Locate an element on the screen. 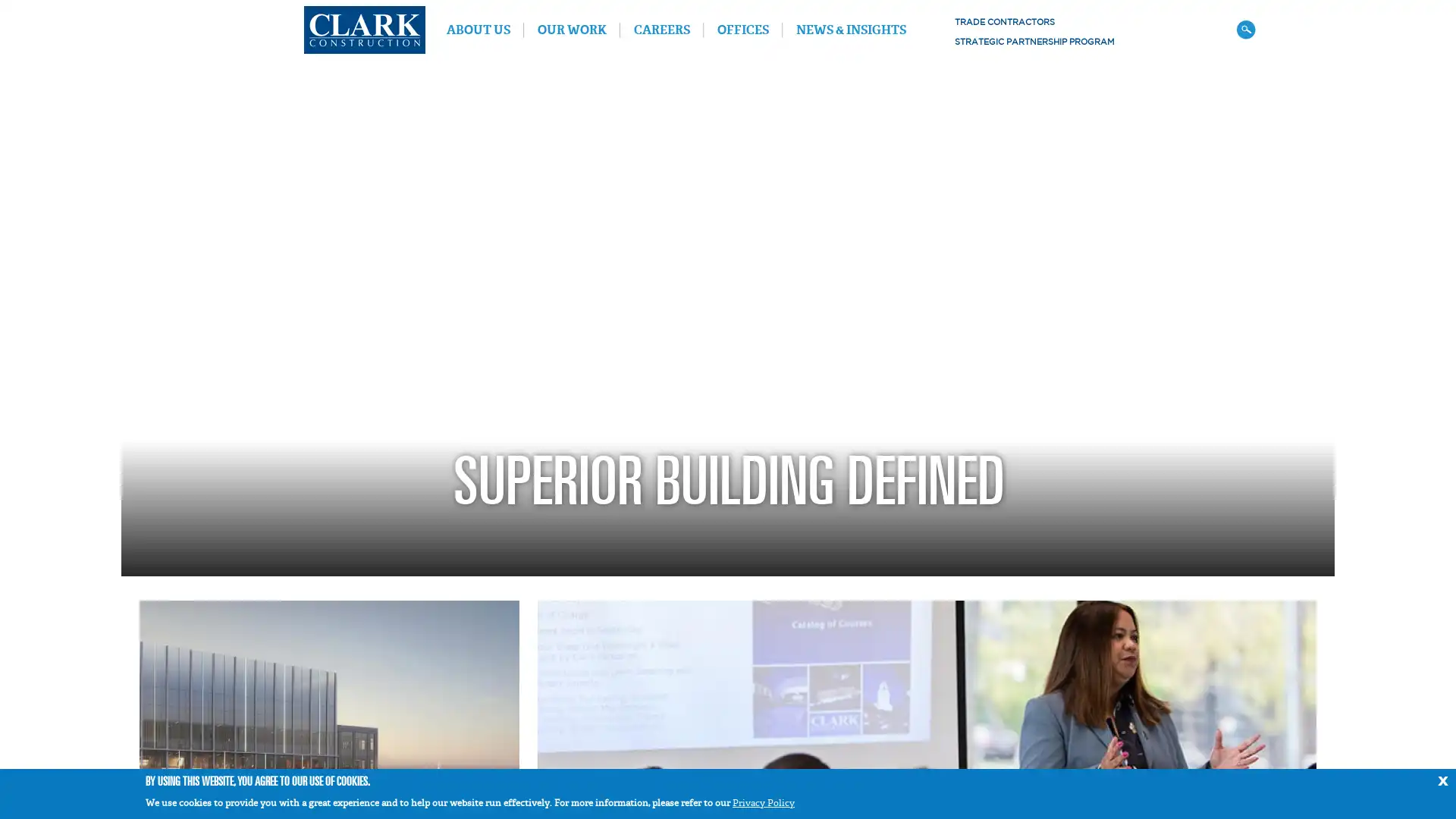  Search is located at coordinates (1245, 30).